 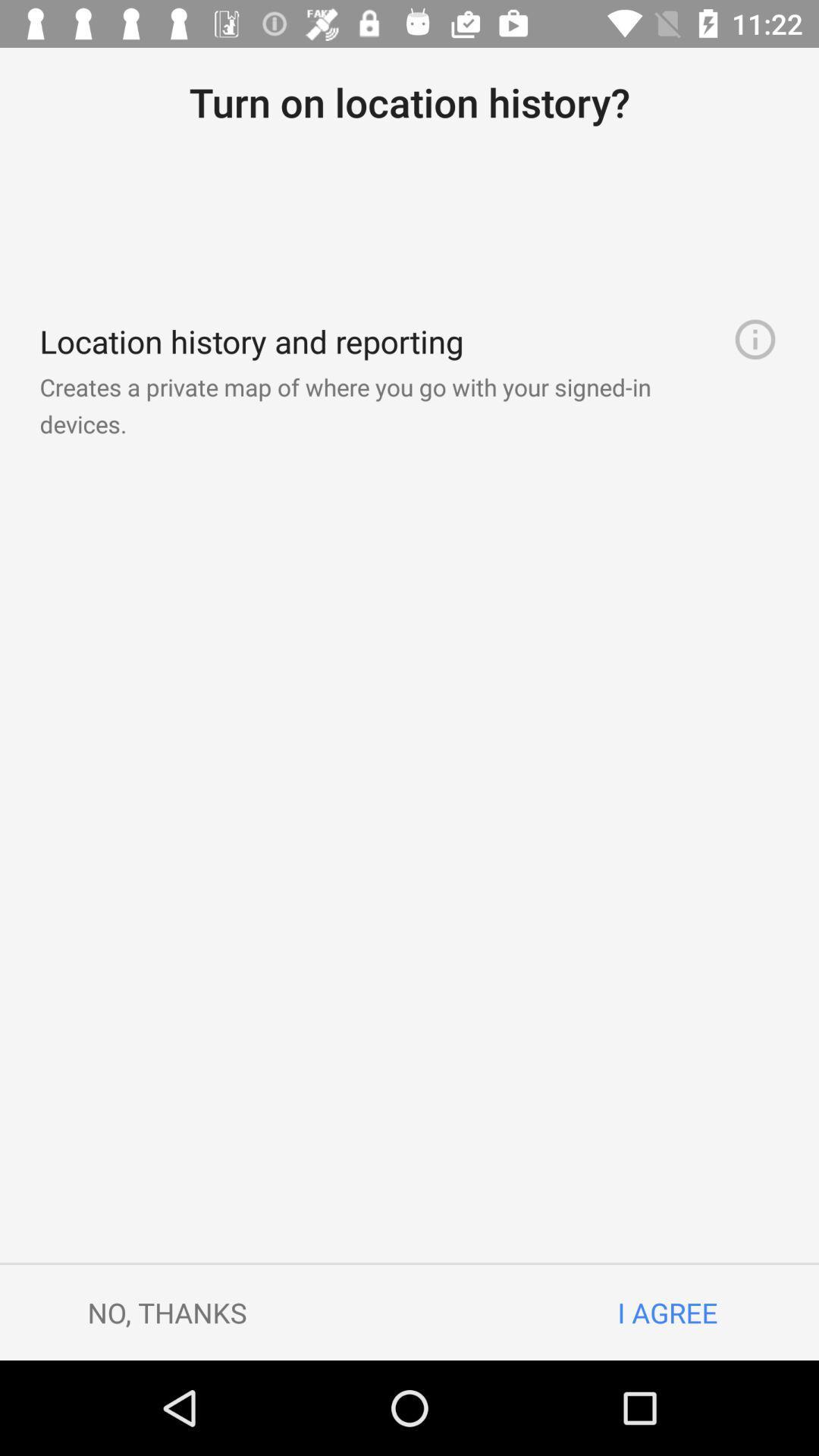 What do you see at coordinates (667, 1312) in the screenshot?
I see `item to the right of the no, thanks item` at bounding box center [667, 1312].